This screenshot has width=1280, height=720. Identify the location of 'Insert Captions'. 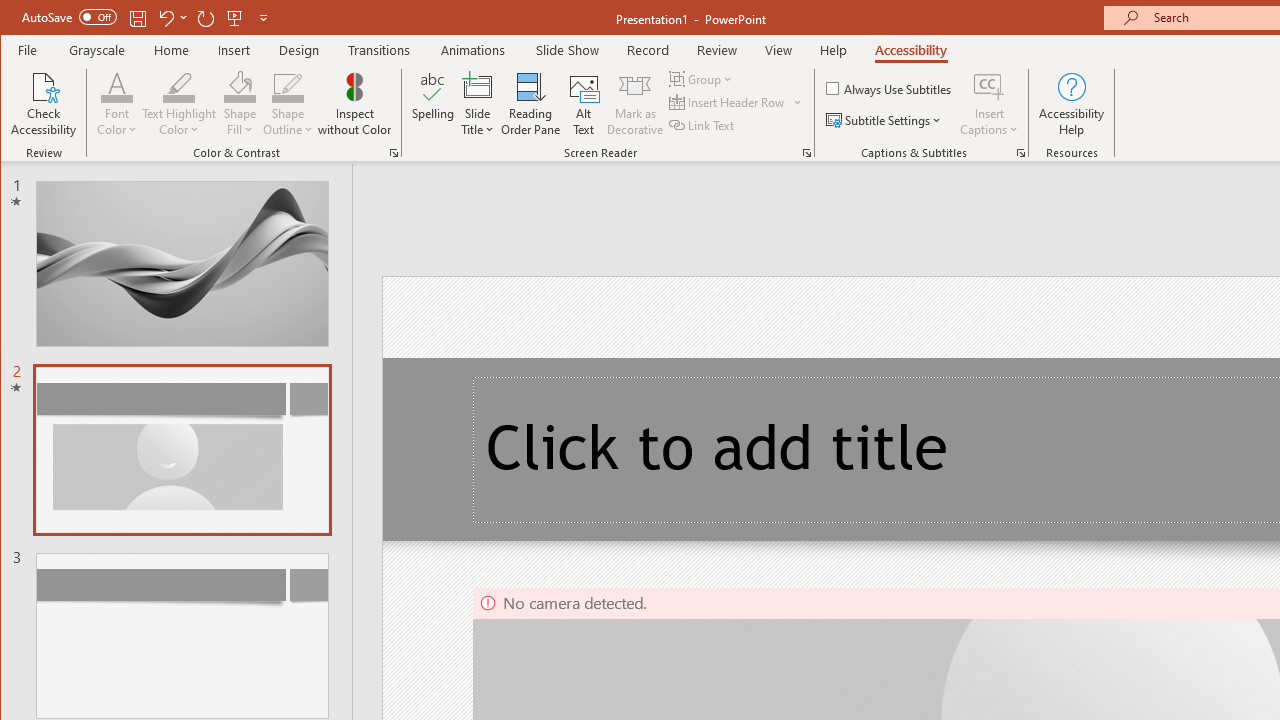
(989, 85).